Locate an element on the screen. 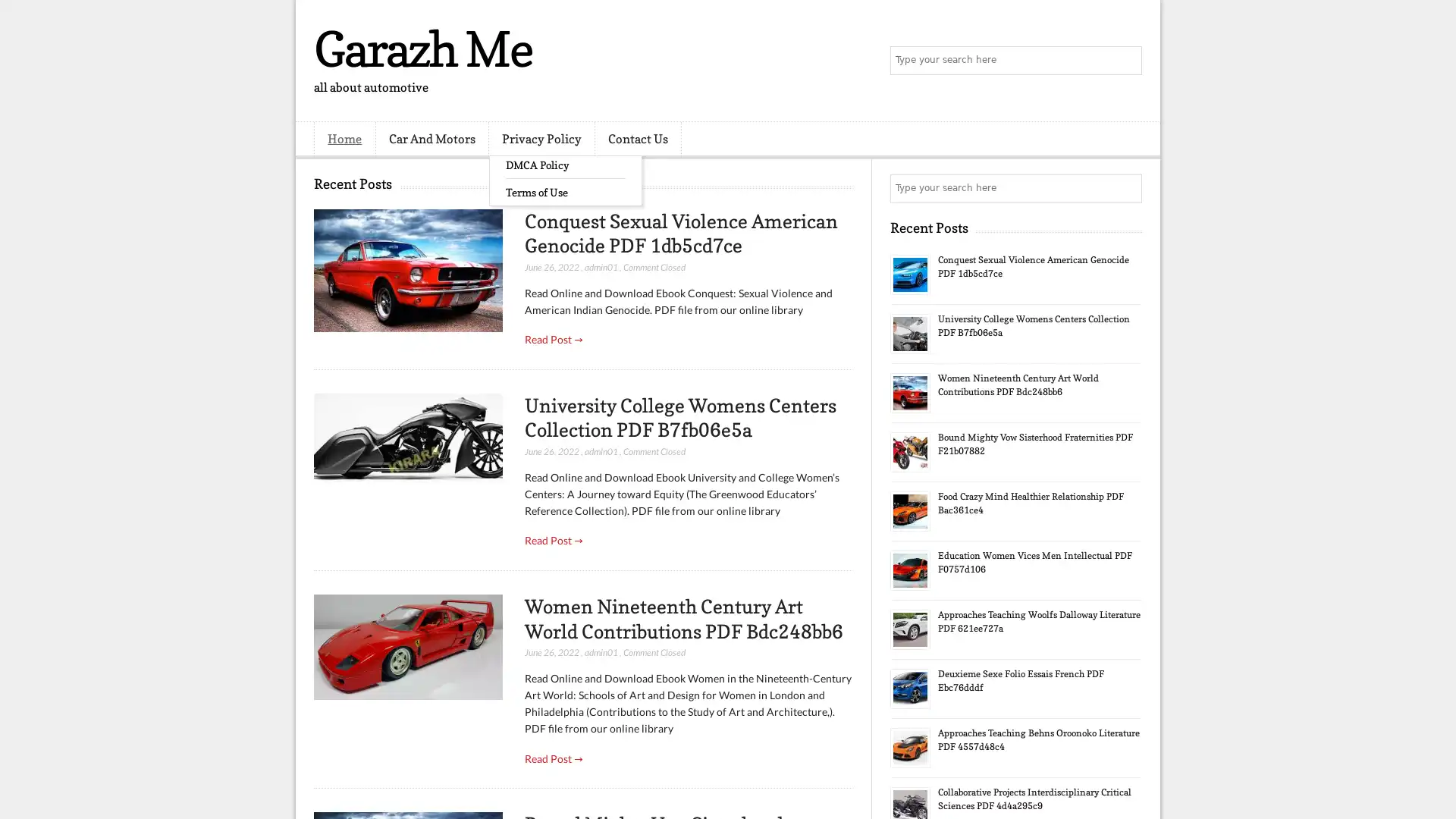 This screenshot has height=819, width=1456. Search is located at coordinates (1126, 188).